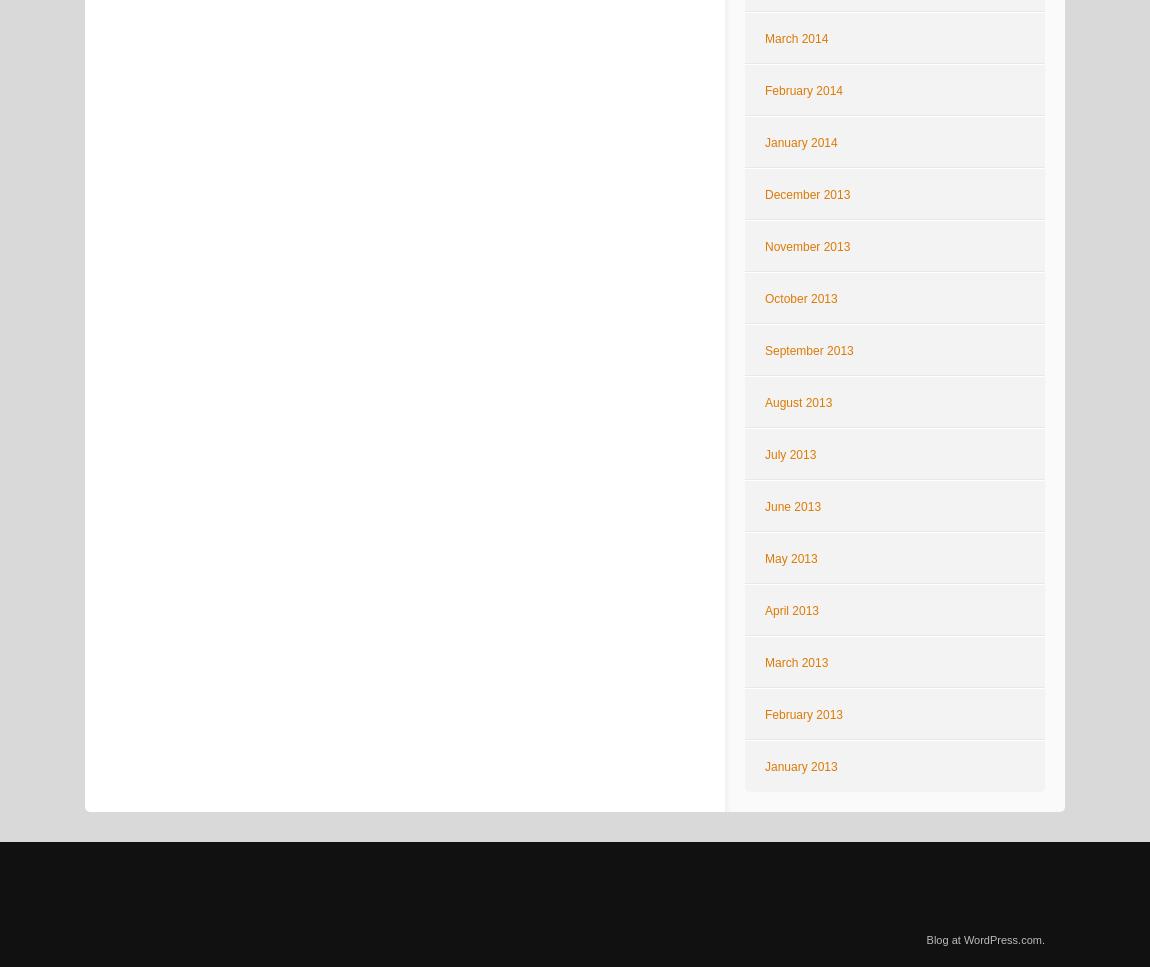 The image size is (1150, 967). What do you see at coordinates (795, 661) in the screenshot?
I see `'March 2013'` at bounding box center [795, 661].